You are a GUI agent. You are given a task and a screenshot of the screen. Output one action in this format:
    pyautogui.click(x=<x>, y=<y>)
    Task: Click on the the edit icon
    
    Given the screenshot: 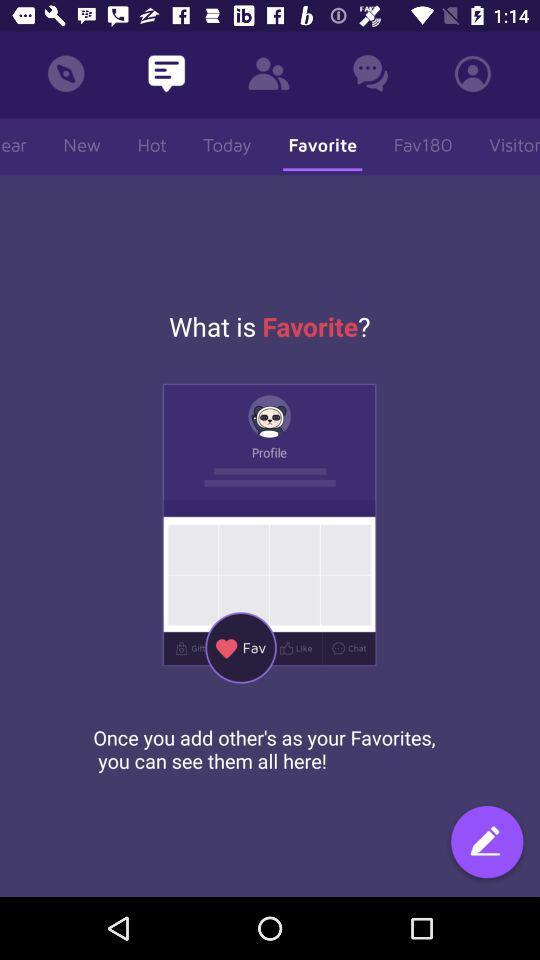 What is the action you would take?
    pyautogui.click(x=486, y=843)
    